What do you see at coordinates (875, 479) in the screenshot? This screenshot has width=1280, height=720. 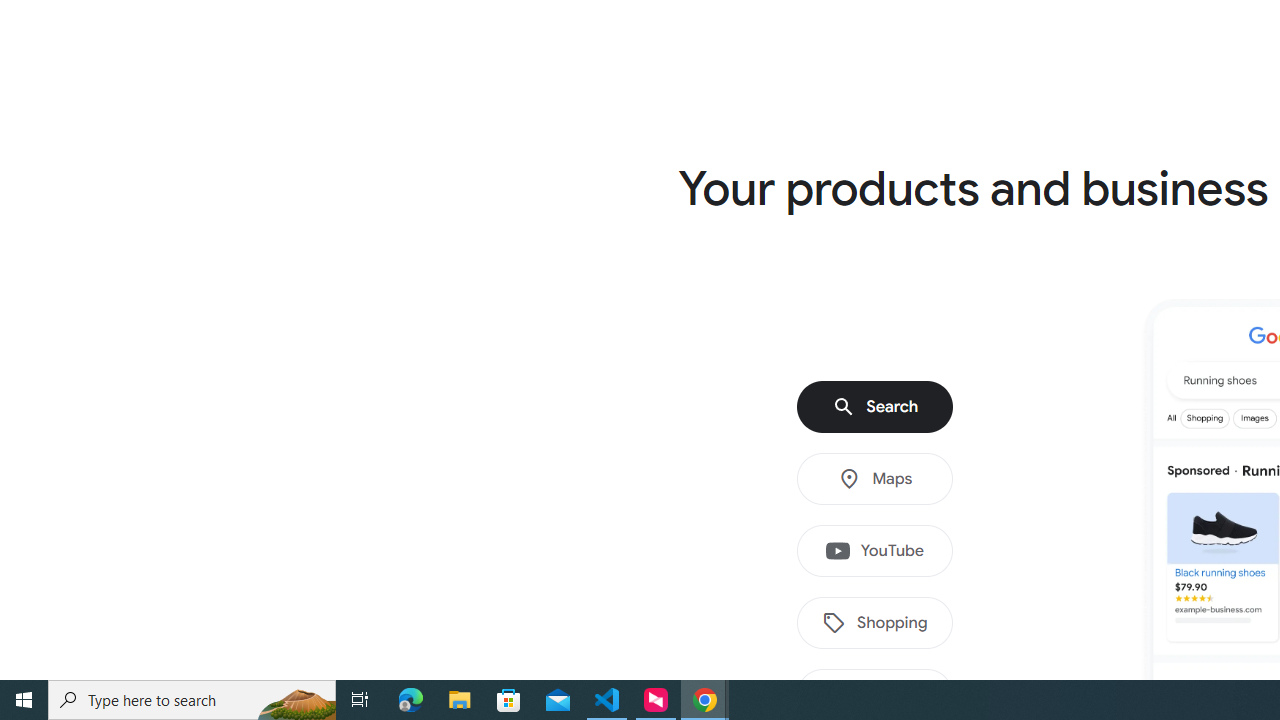 I see `'Maps'` at bounding box center [875, 479].